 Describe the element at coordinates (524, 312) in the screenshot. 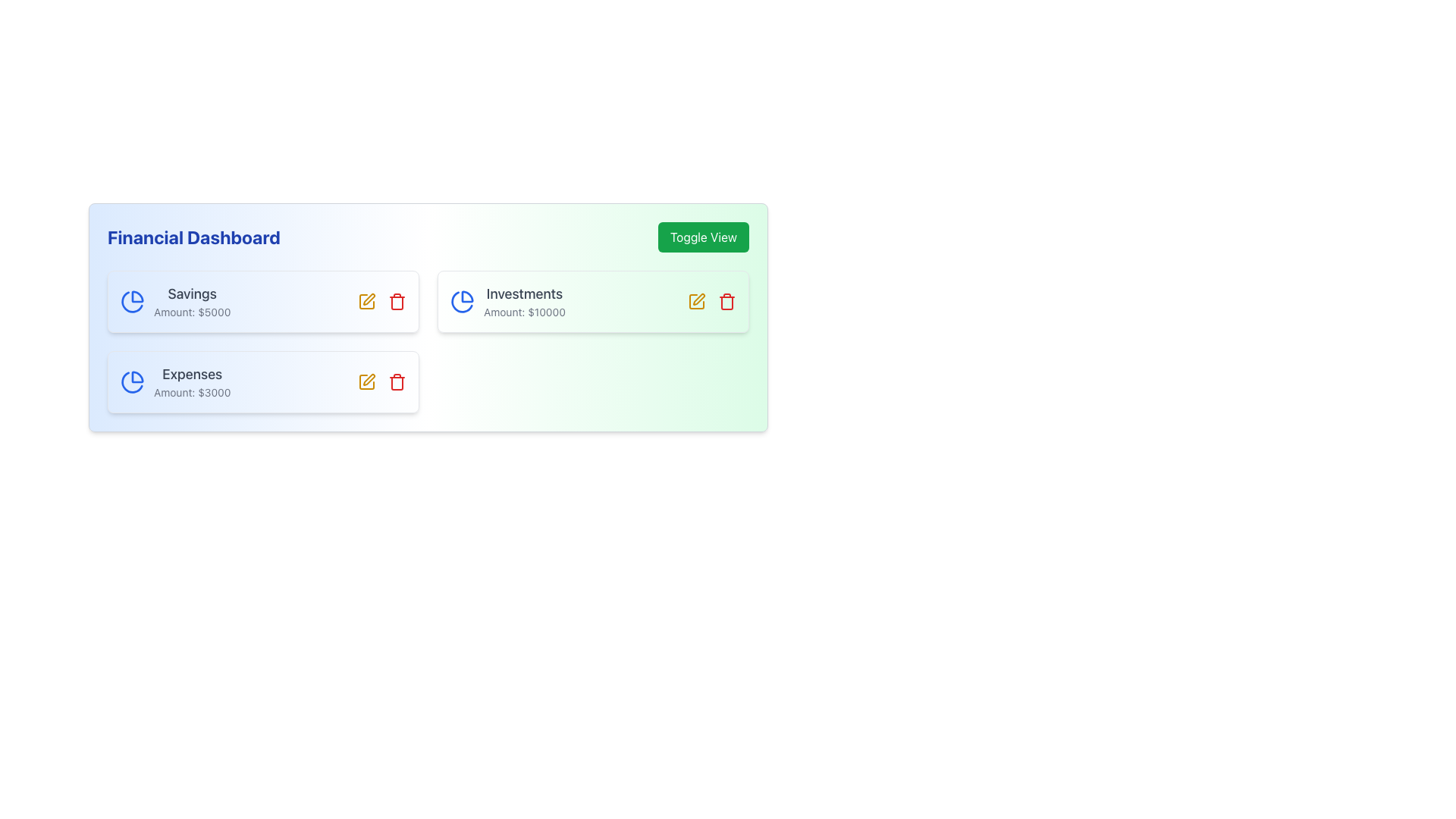

I see `the static text element displaying 'Amount: $10000', which is located below the 'Investments' header in the Investments section` at that location.